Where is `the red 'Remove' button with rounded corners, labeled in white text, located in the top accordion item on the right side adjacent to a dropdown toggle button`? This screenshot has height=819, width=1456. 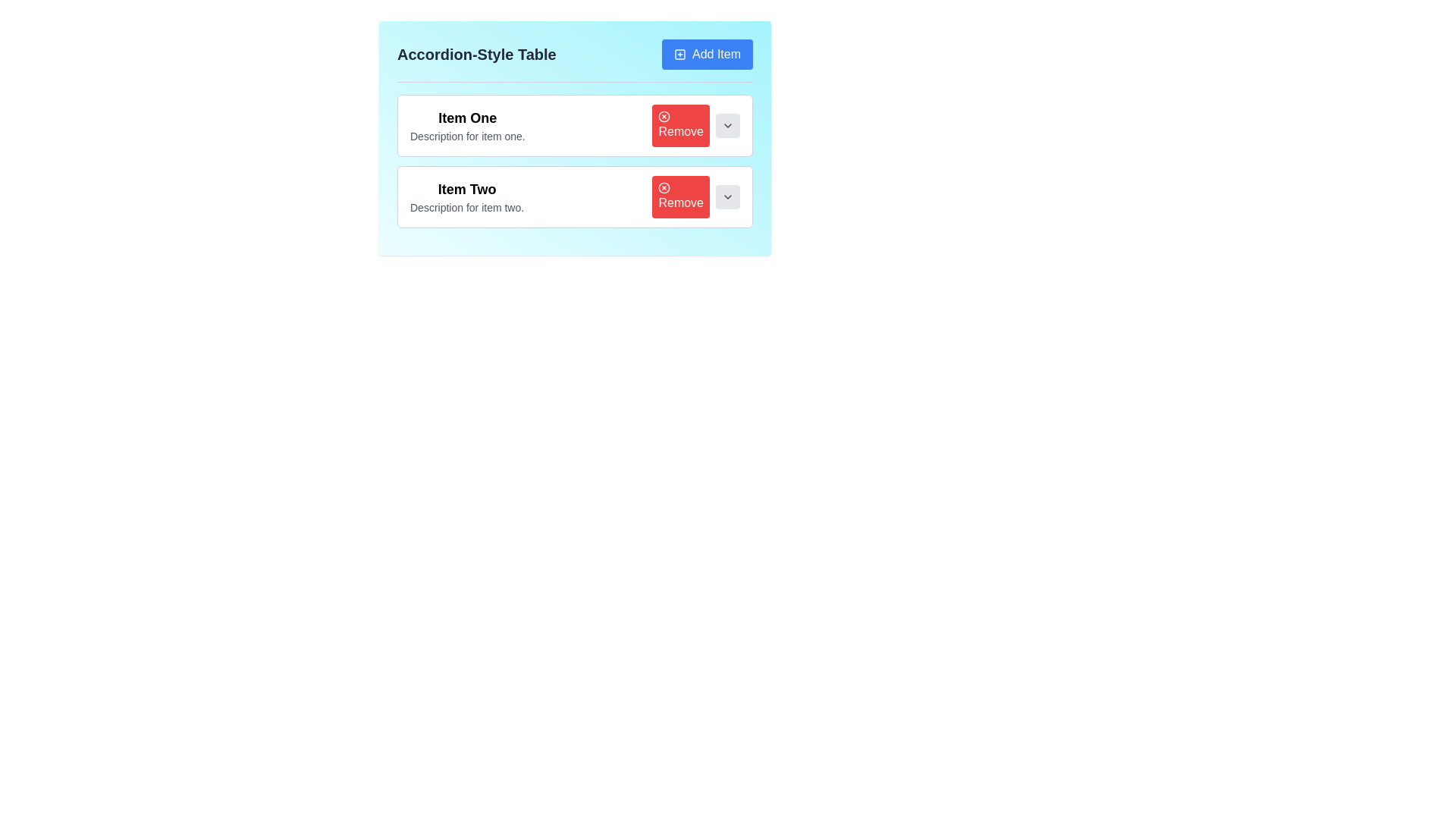 the red 'Remove' button with rounded corners, labeled in white text, located in the top accordion item on the right side adjacent to a dropdown toggle button is located at coordinates (679, 124).